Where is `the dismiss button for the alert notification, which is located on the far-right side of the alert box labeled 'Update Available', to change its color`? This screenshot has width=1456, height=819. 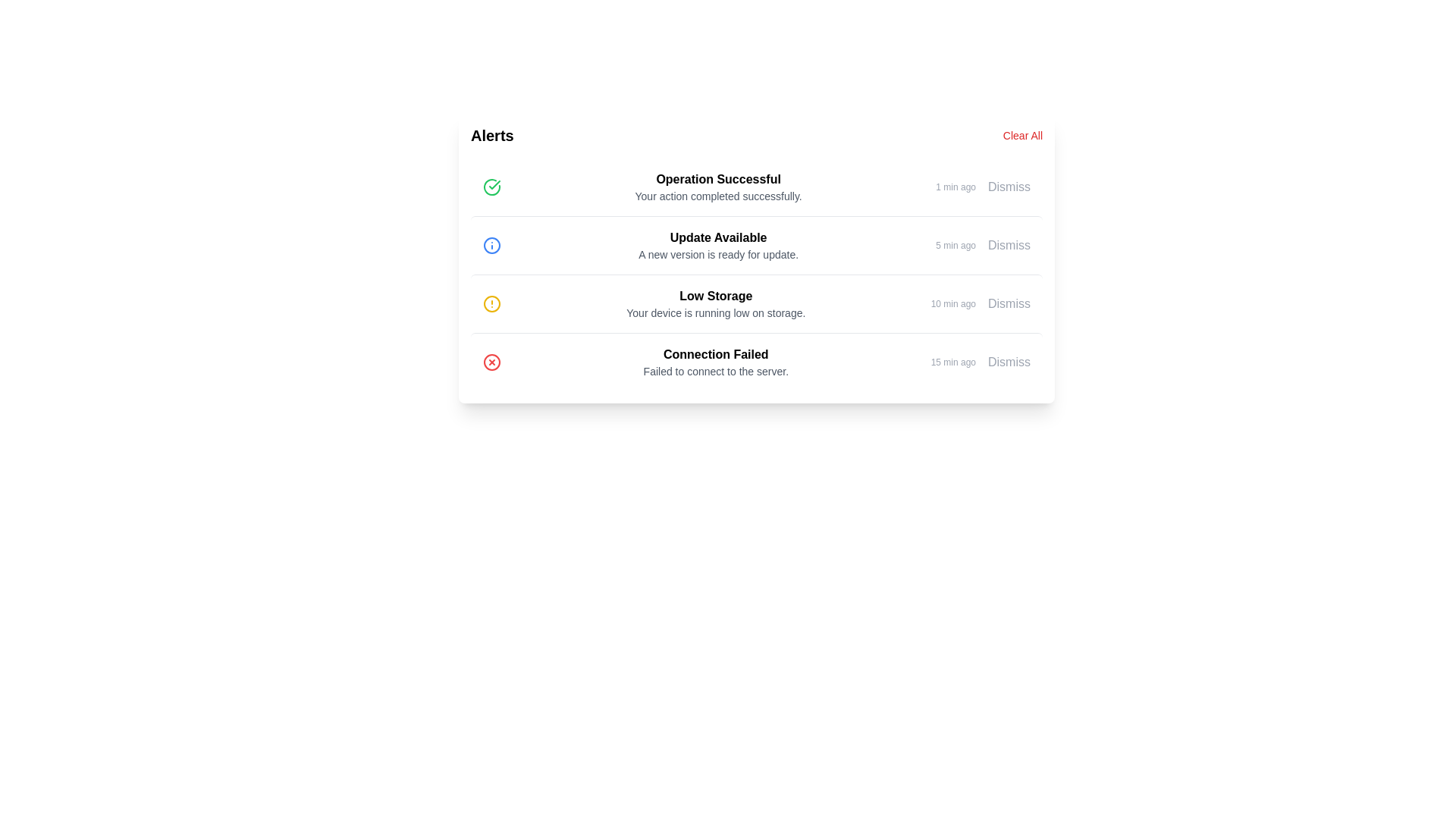
the dismiss button for the alert notification, which is located on the far-right side of the alert box labeled 'Update Available', to change its color is located at coordinates (1009, 245).